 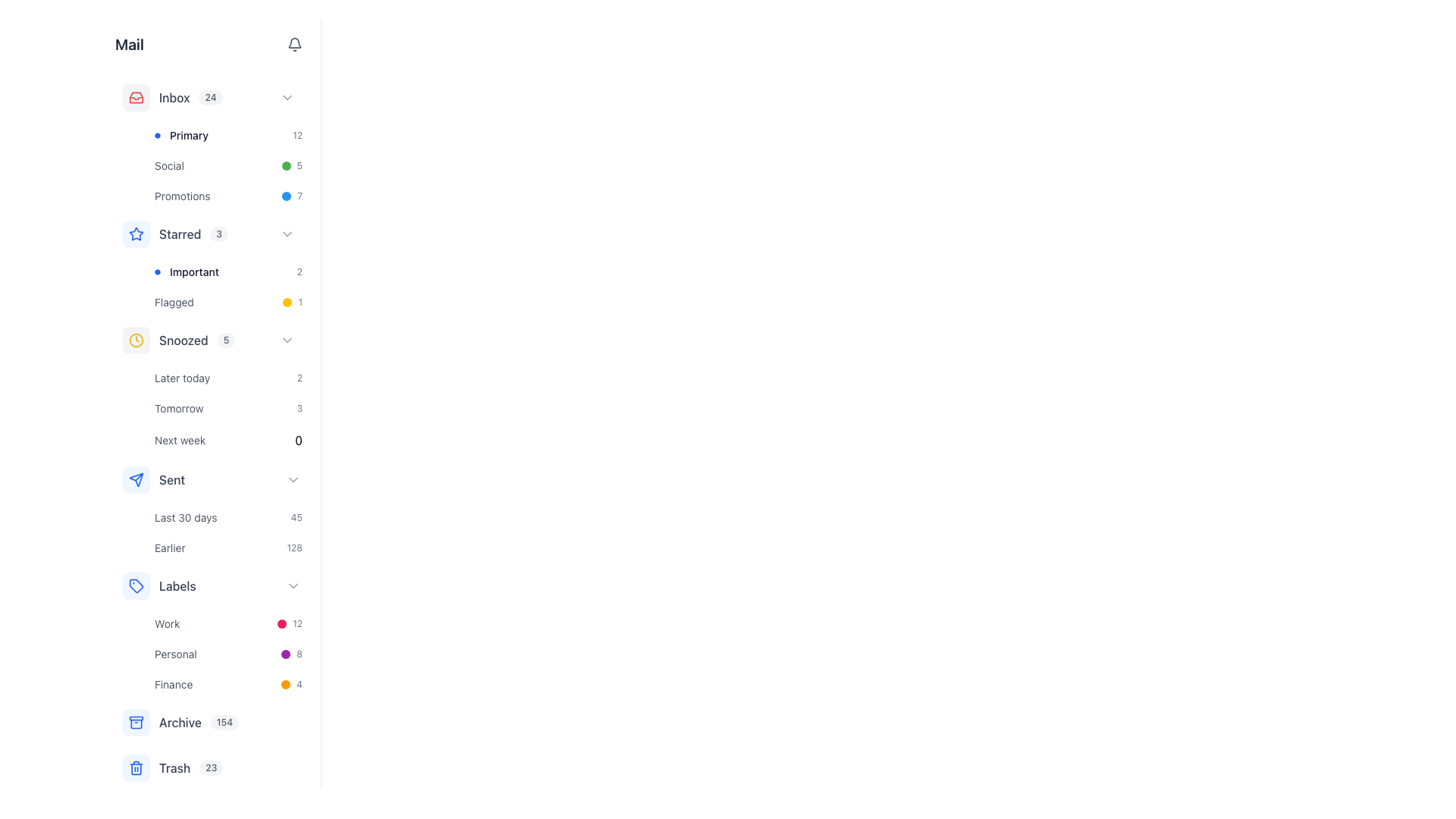 I want to click on the 'Starred' text label within the vertical navigation menu, which is positioned under the 'Inbox' section, so click(x=180, y=234).